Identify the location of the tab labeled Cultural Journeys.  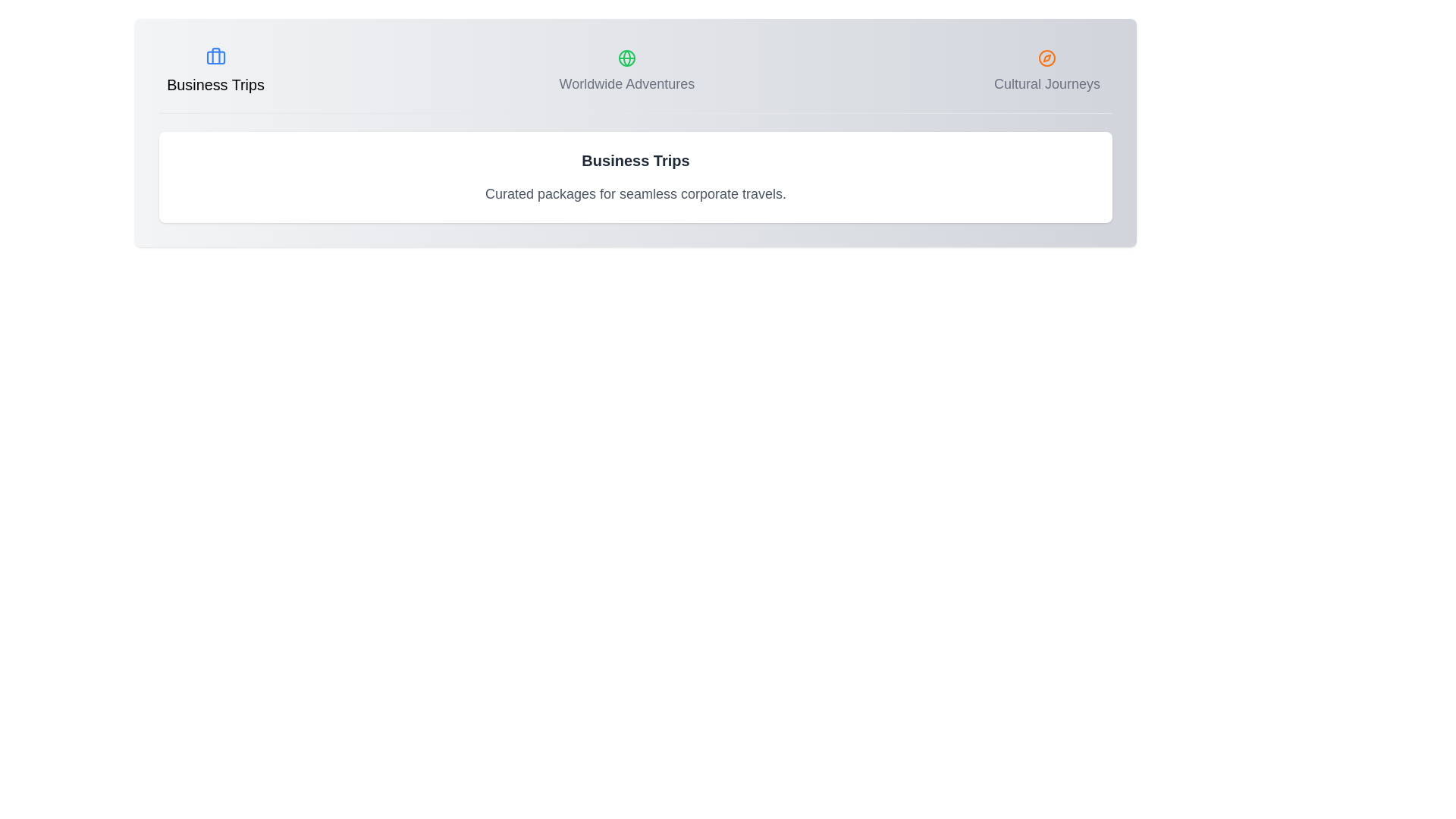
(1046, 72).